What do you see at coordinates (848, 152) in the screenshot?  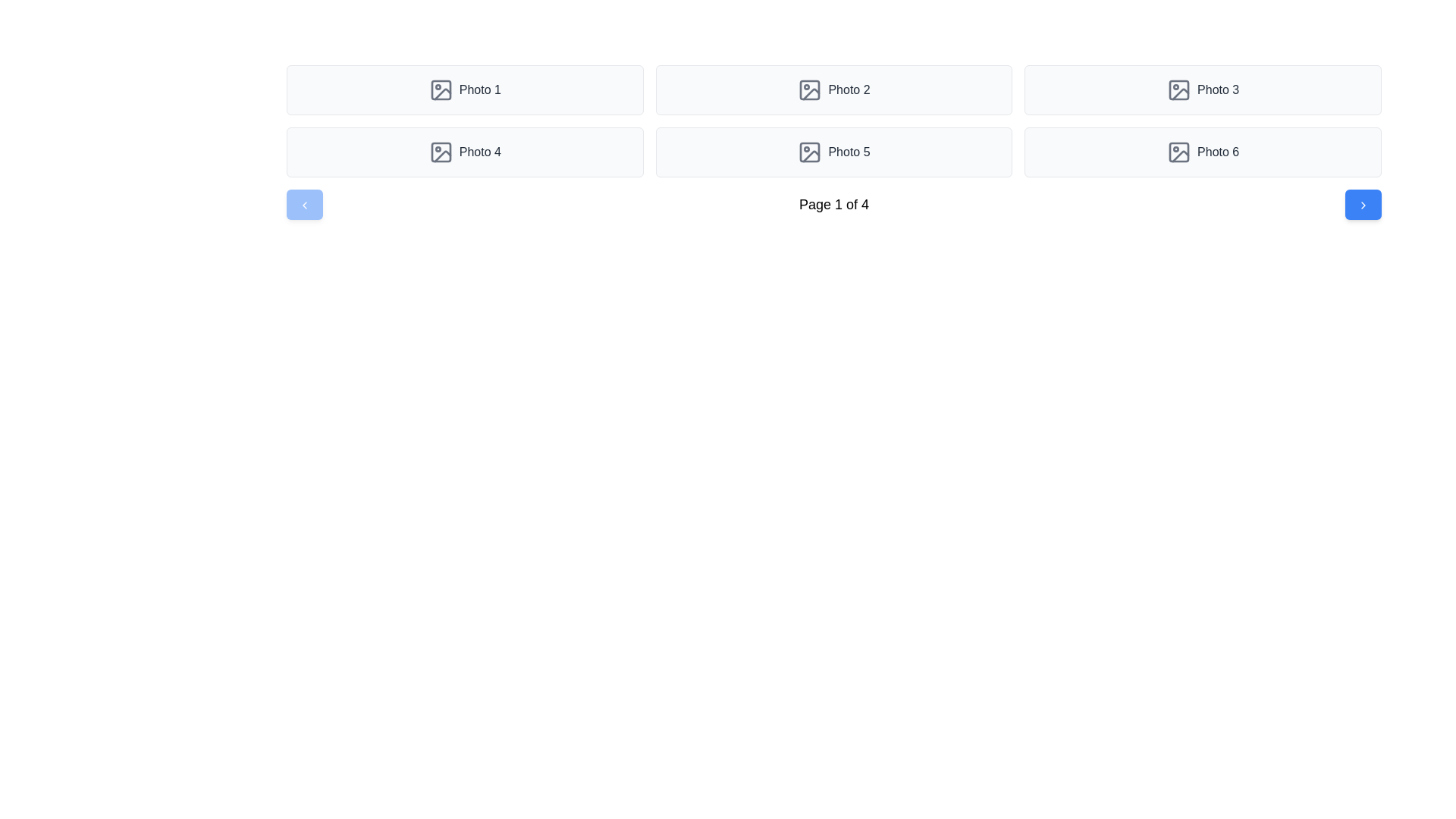 I see `text label displaying 'Photo 5' located in the second row, third column of the grid layout` at bounding box center [848, 152].